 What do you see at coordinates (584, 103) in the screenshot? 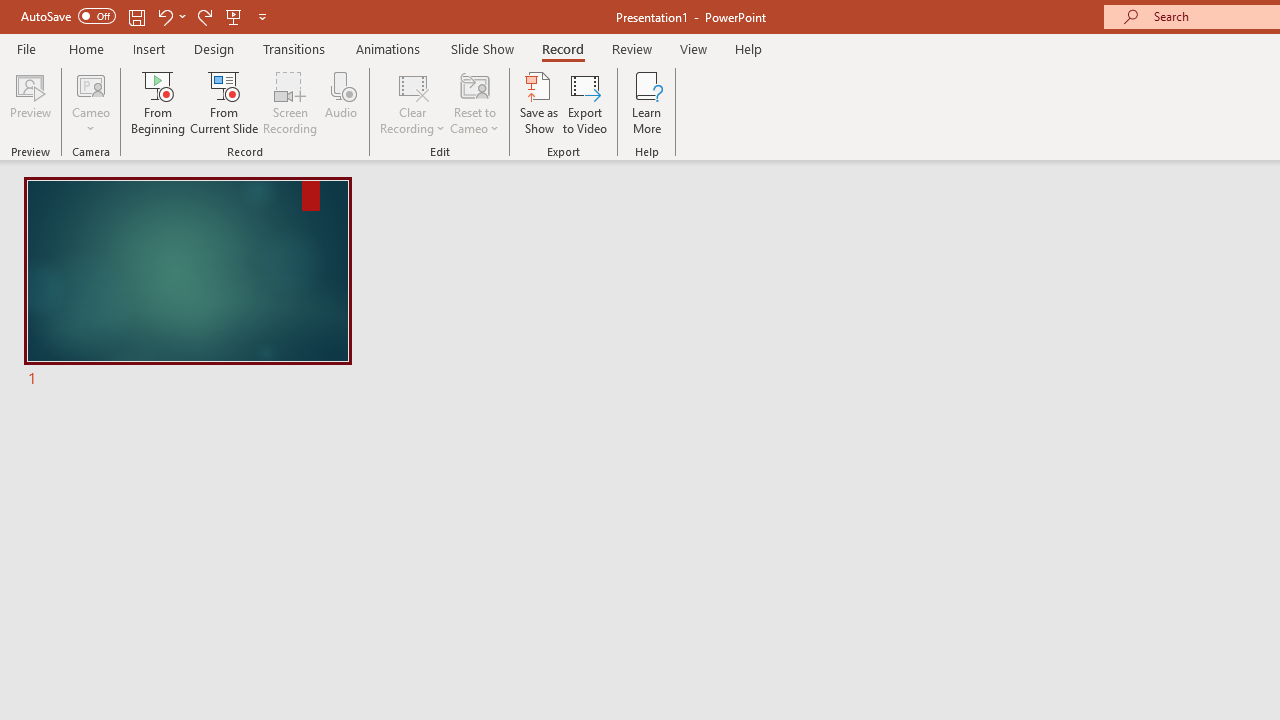
I see `'Export to Video'` at bounding box center [584, 103].